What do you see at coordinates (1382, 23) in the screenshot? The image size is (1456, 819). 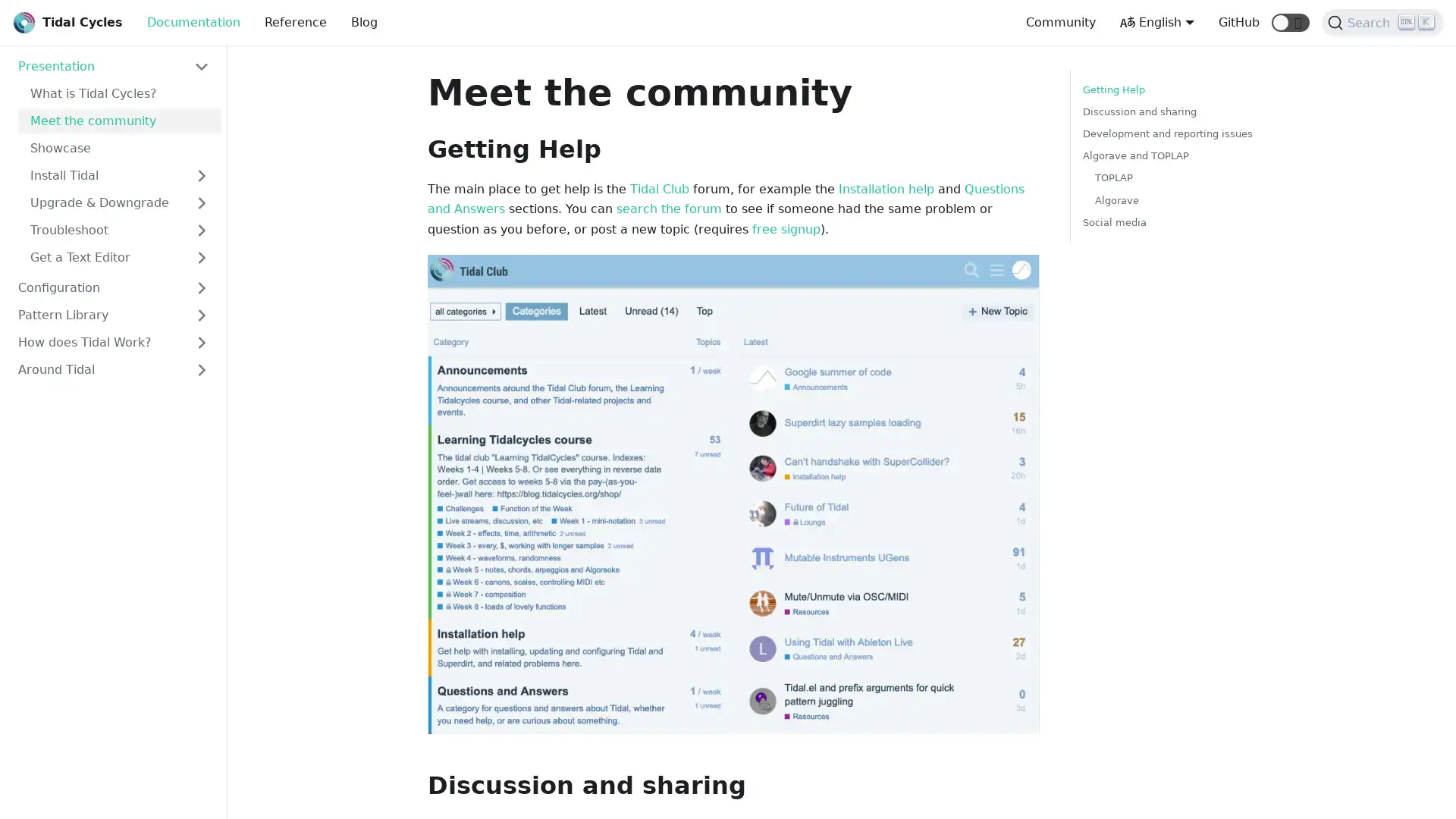 I see `Search` at bounding box center [1382, 23].